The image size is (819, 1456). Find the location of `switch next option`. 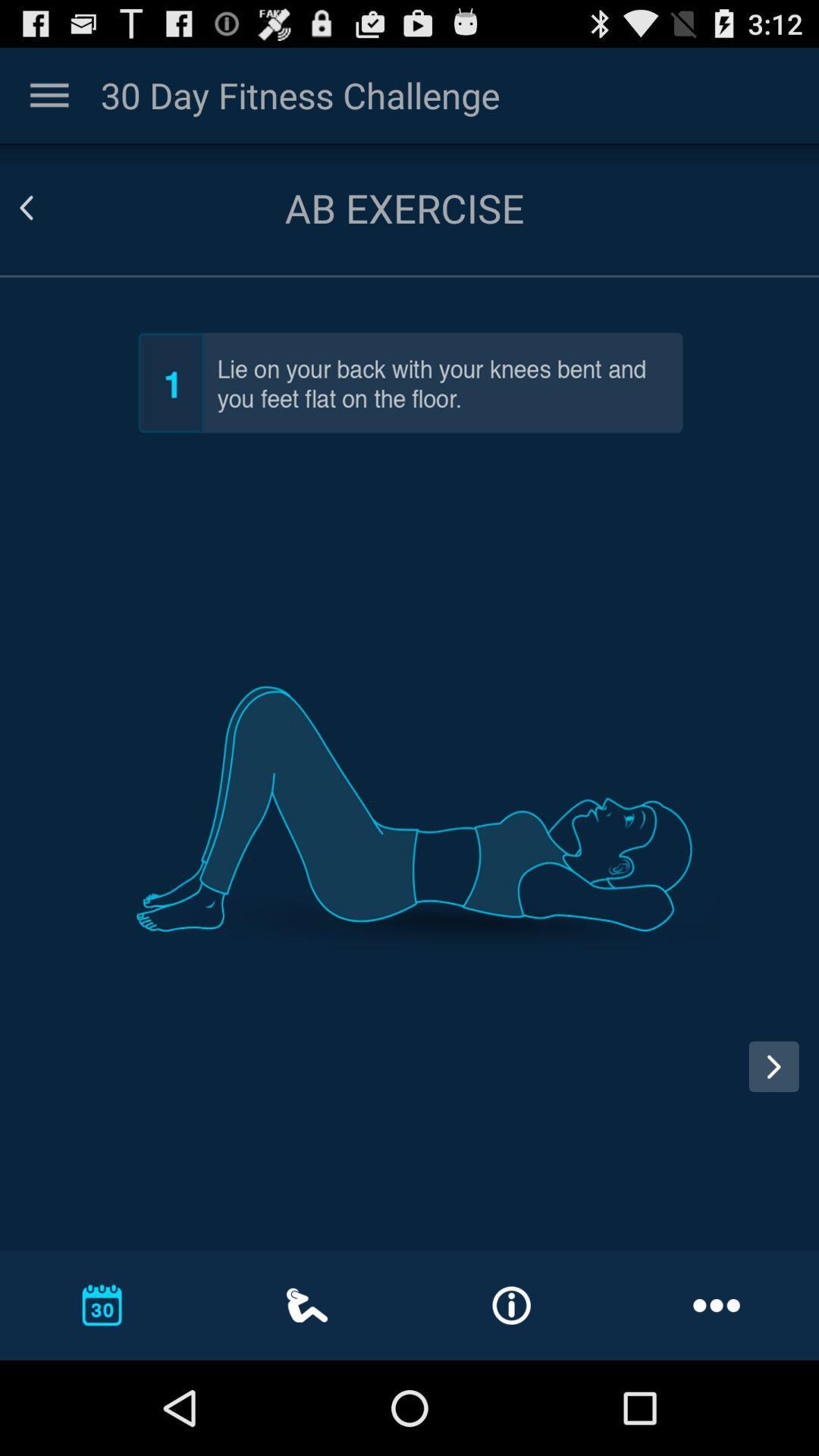

switch next option is located at coordinates (779, 1080).